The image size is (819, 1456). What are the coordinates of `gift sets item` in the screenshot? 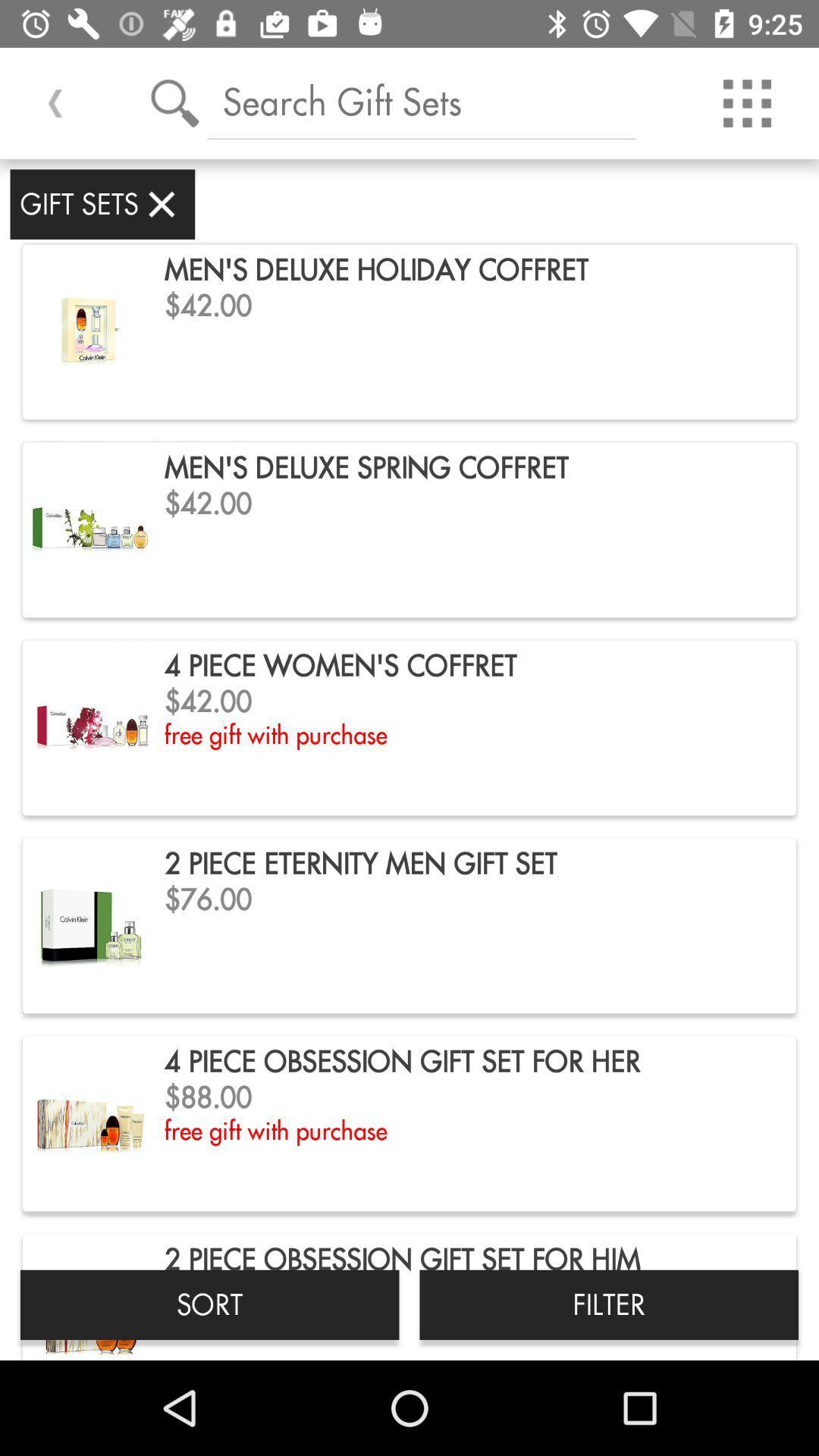 It's located at (102, 203).